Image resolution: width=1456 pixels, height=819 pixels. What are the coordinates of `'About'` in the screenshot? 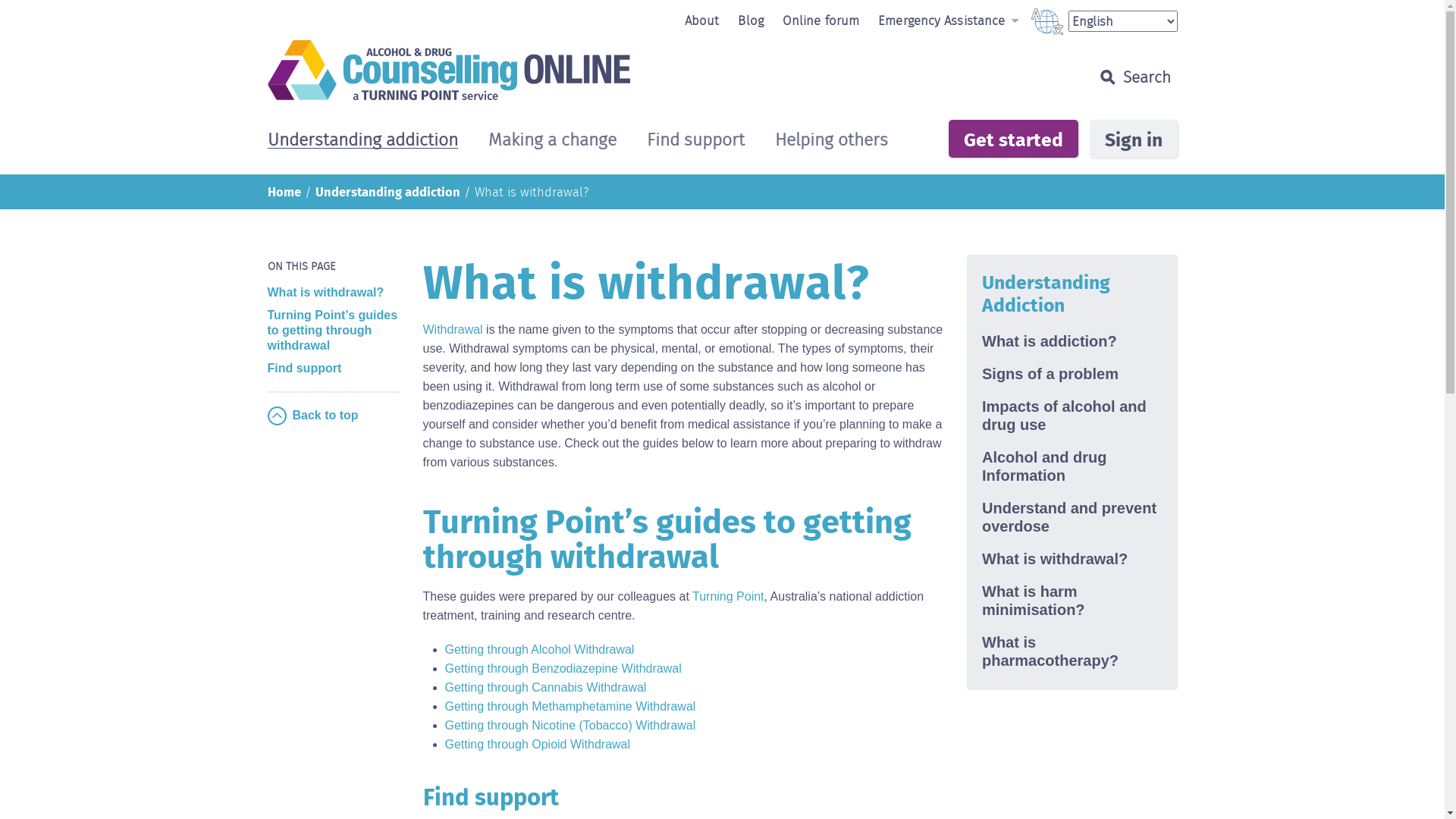 It's located at (701, 20).